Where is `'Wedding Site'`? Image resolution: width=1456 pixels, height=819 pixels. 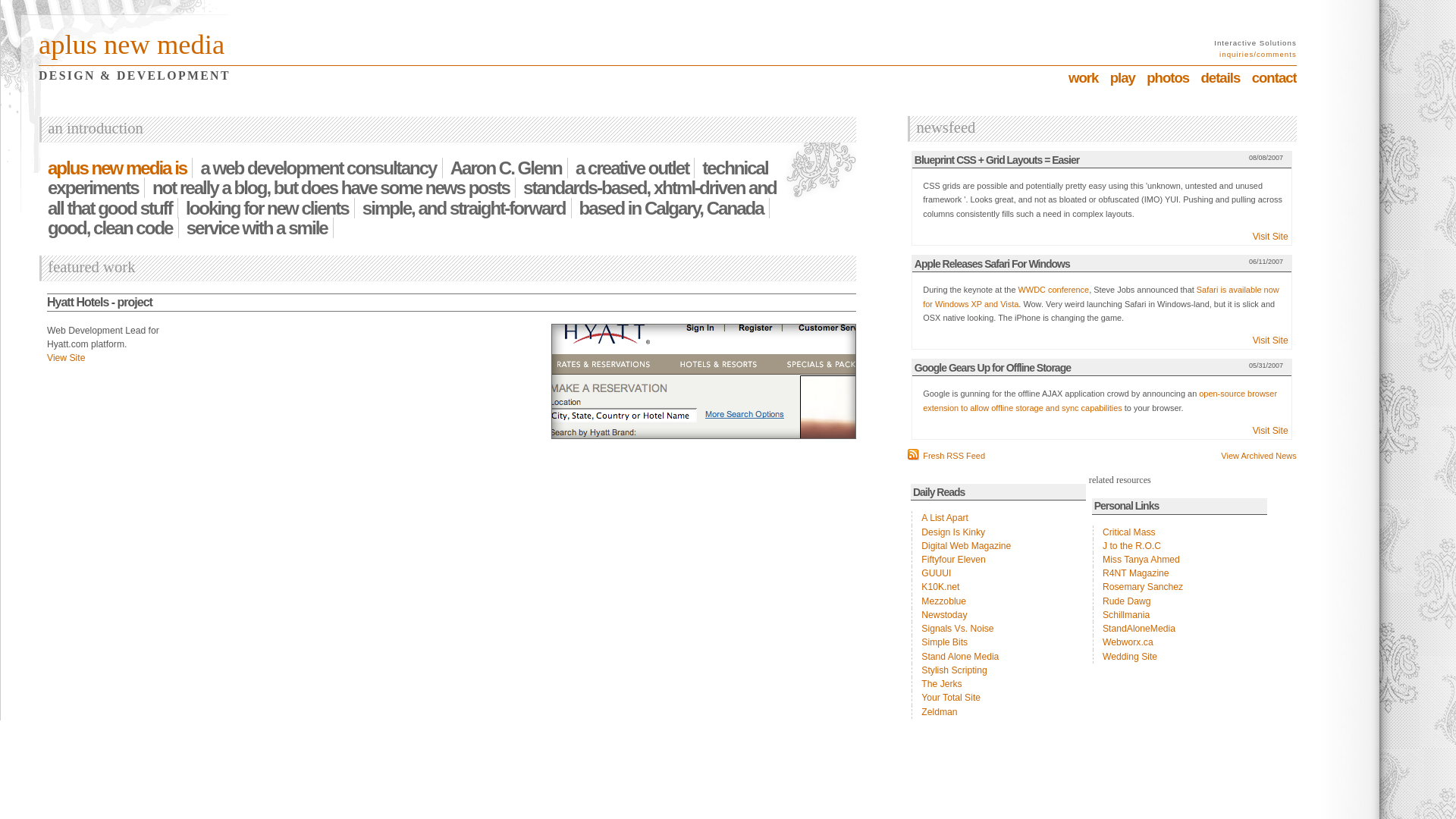
'Wedding Site' is located at coordinates (1178, 656).